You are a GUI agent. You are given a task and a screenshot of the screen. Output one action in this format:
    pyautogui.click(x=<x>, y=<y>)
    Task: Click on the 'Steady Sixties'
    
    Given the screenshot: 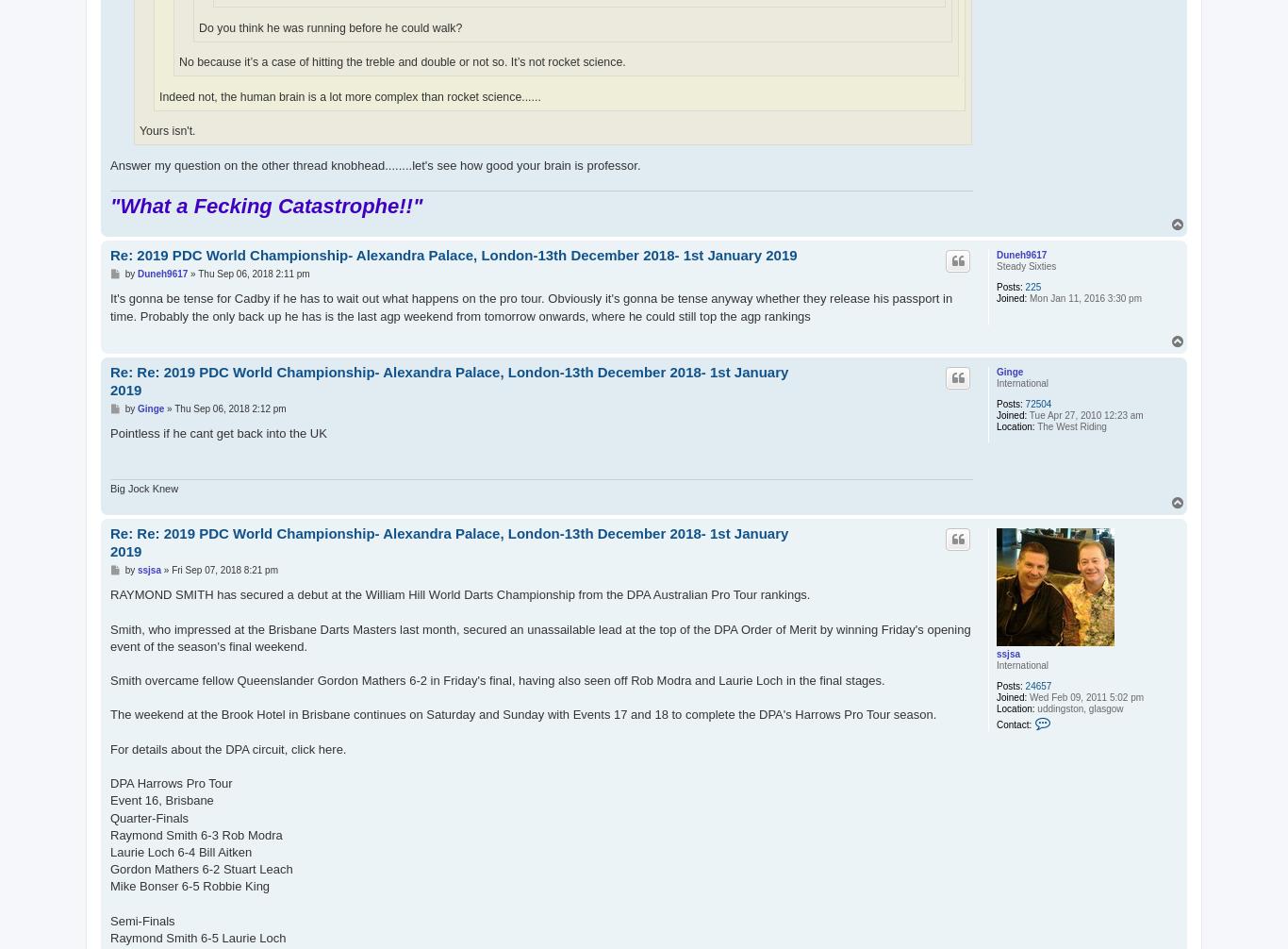 What is the action you would take?
    pyautogui.click(x=1025, y=265)
    